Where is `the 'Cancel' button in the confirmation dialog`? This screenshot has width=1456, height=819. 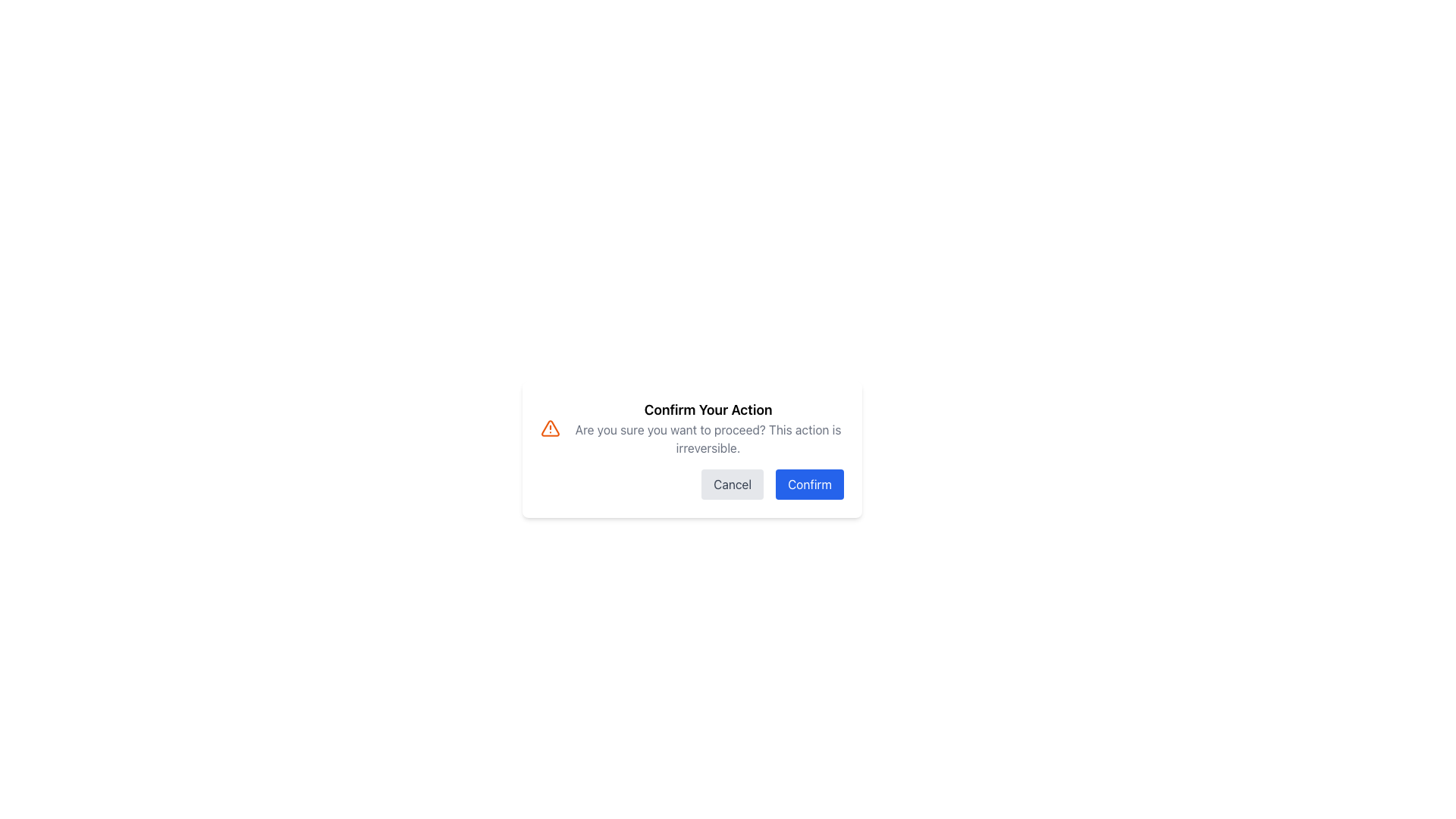 the 'Cancel' button in the confirmation dialog is located at coordinates (733, 485).